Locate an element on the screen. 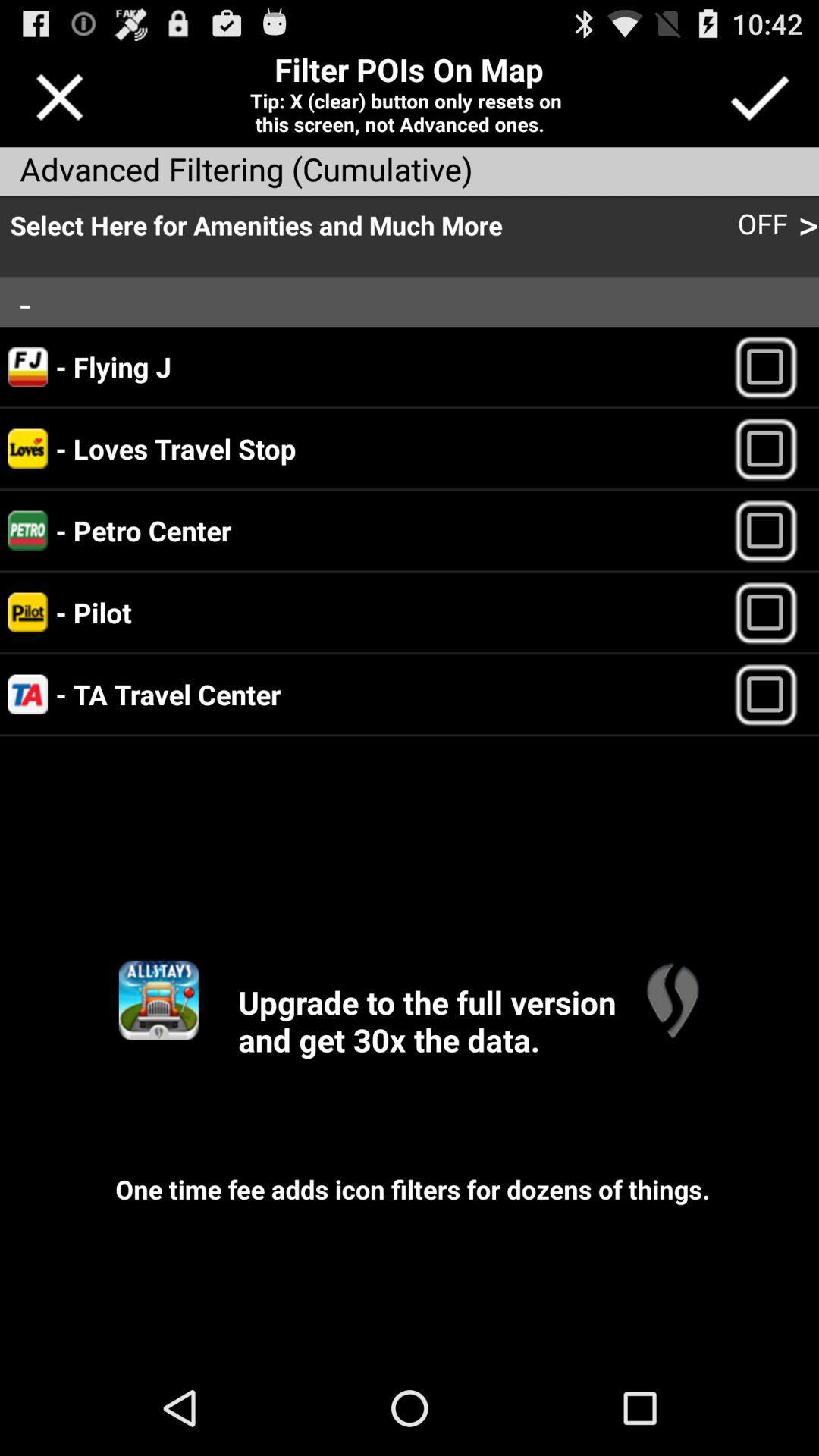 This screenshot has width=819, height=1456. flying j on is located at coordinates (773, 366).